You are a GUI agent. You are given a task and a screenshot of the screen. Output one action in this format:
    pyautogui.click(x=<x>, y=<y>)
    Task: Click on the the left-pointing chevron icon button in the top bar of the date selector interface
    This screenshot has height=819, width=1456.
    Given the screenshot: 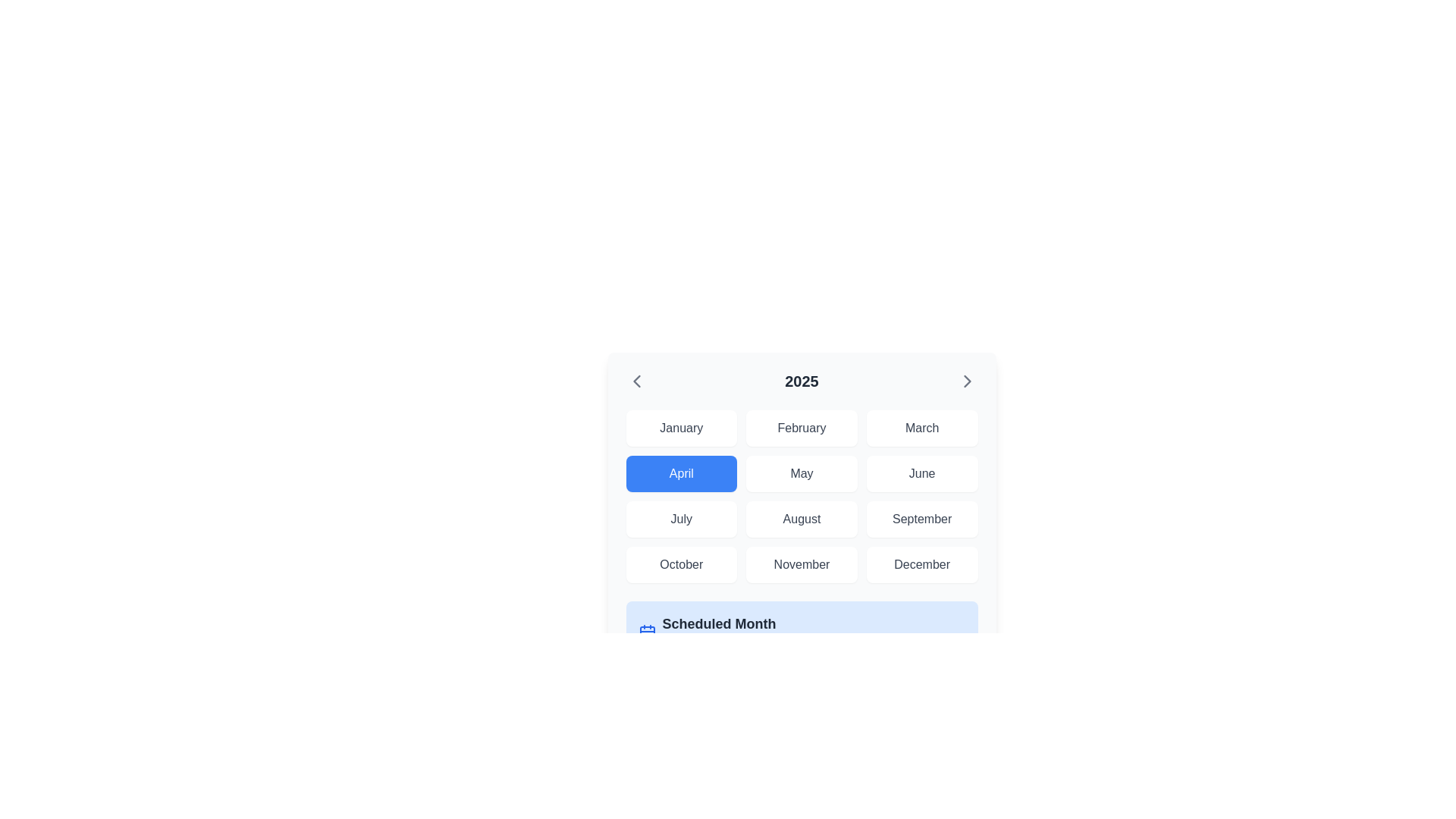 What is the action you would take?
    pyautogui.click(x=636, y=380)
    